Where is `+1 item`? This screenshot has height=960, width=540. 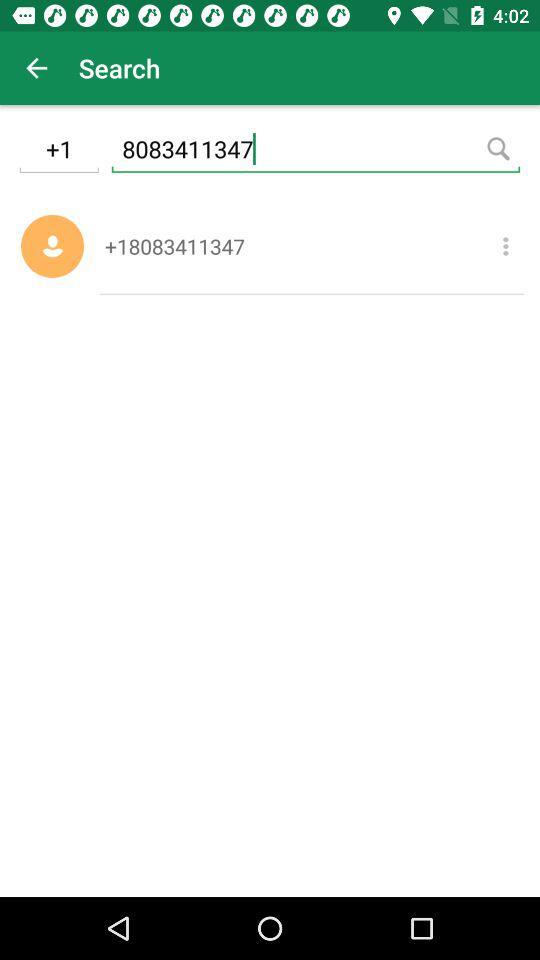 +1 item is located at coordinates (59, 151).